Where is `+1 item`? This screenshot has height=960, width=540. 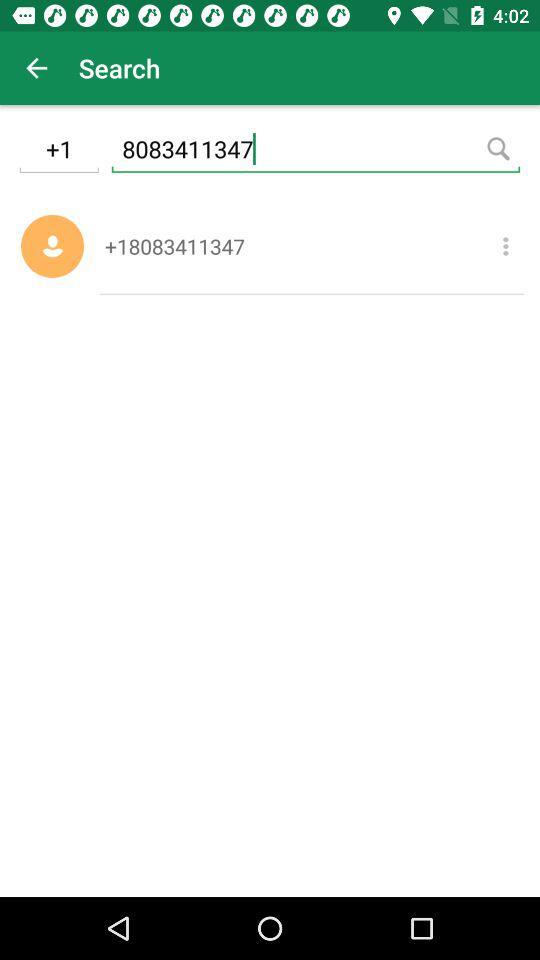 +1 item is located at coordinates (59, 151).